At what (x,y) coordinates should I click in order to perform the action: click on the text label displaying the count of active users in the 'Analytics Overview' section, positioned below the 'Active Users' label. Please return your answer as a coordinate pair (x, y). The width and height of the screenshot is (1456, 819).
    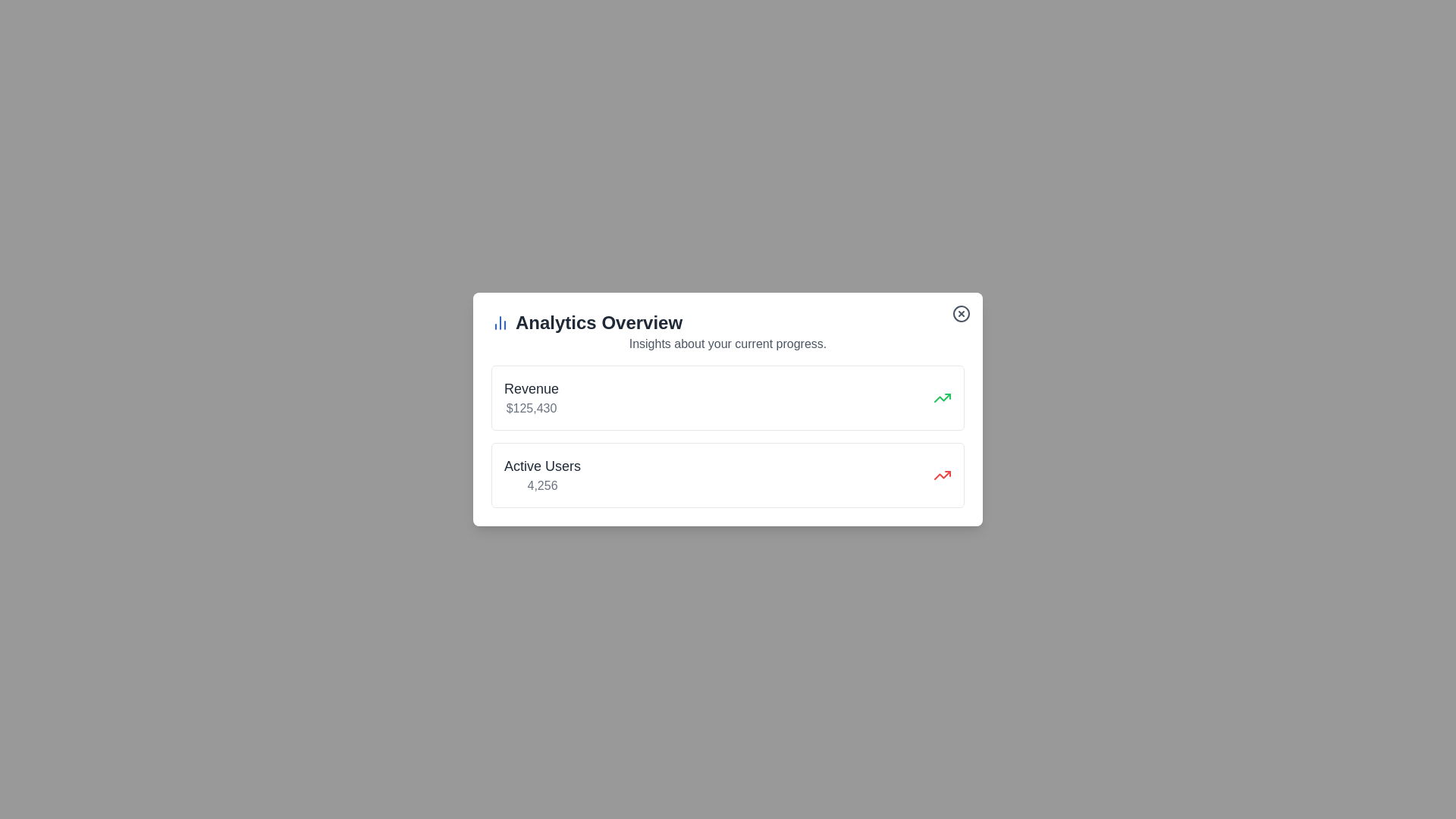
    Looking at the image, I should click on (542, 485).